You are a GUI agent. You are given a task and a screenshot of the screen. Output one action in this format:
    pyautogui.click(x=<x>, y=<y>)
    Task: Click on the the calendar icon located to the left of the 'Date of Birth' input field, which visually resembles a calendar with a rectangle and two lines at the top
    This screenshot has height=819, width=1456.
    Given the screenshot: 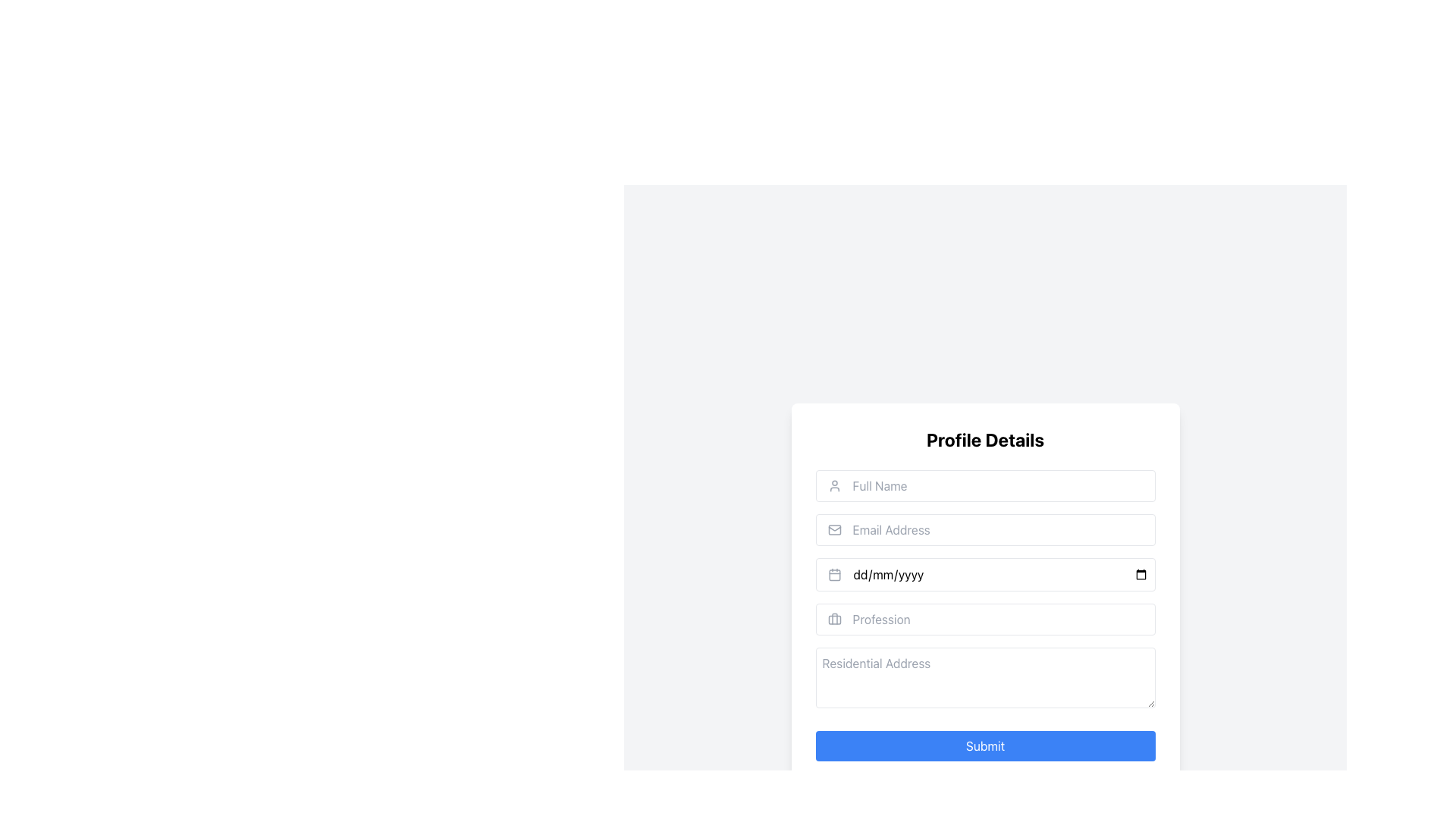 What is the action you would take?
    pyautogui.click(x=833, y=575)
    